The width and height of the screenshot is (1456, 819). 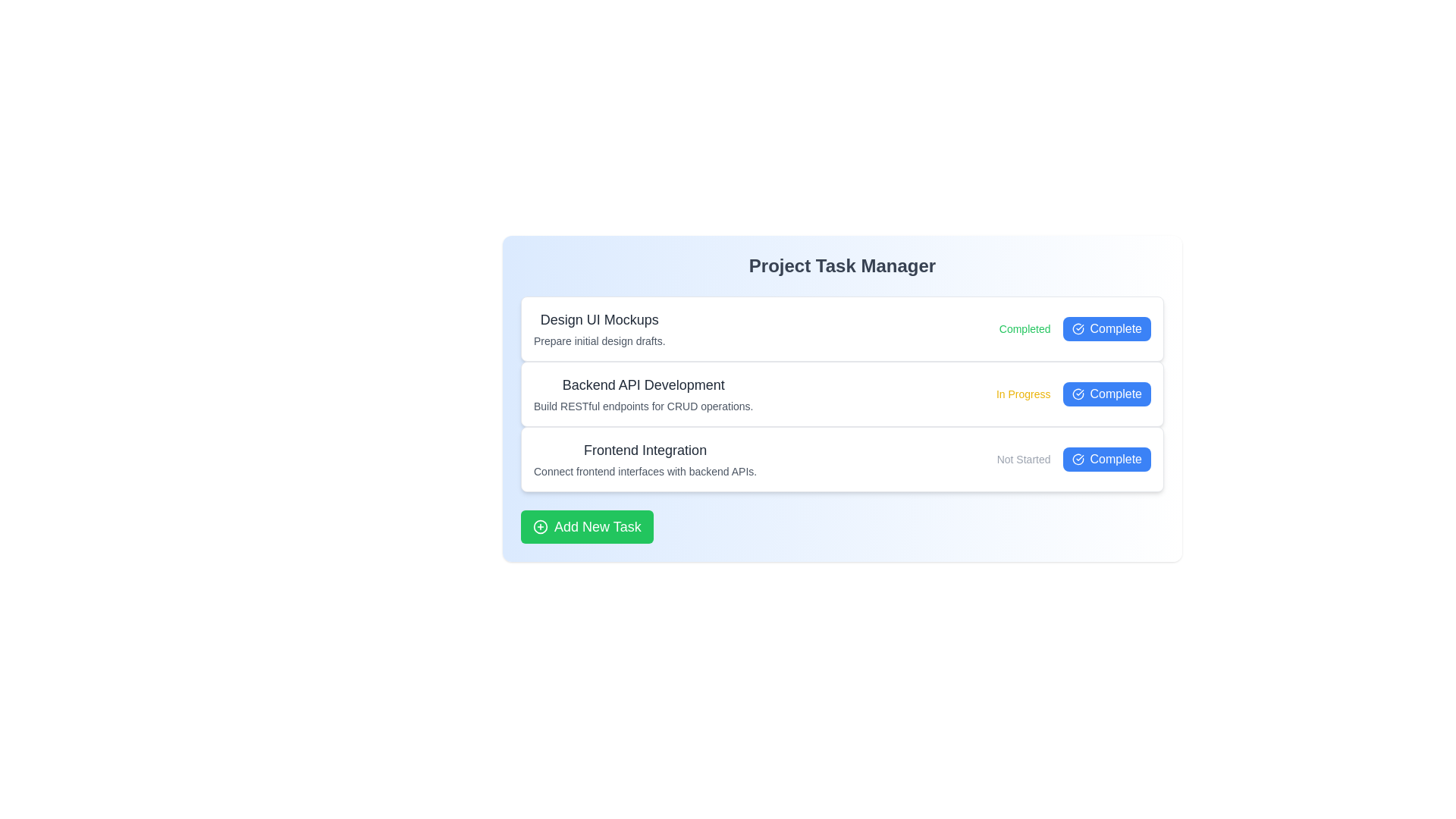 I want to click on the 'Add New Task' button to initiate the task addition process, so click(x=585, y=526).